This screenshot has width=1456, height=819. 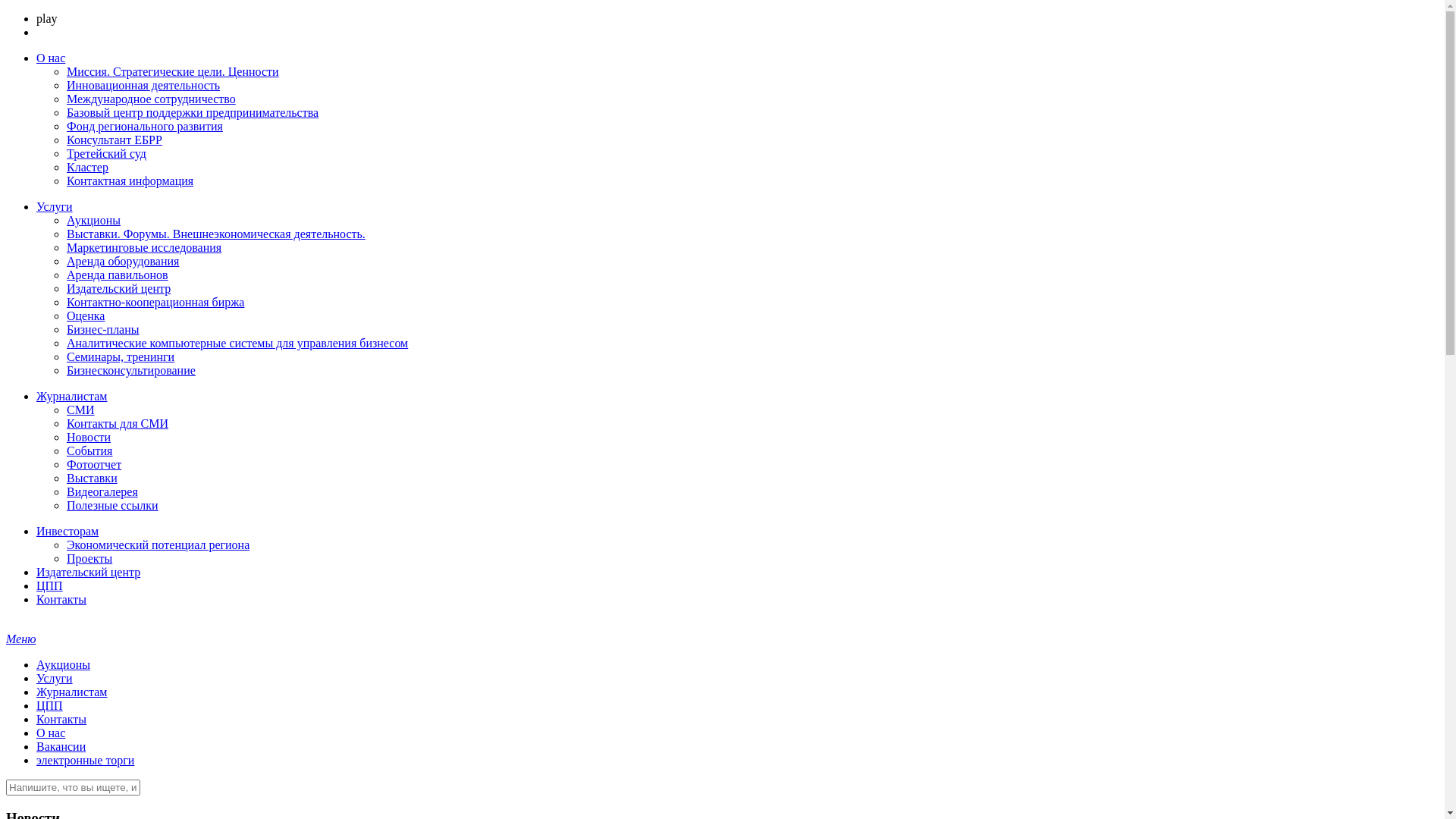 What do you see at coordinates (36, 18) in the screenshot?
I see `'play'` at bounding box center [36, 18].